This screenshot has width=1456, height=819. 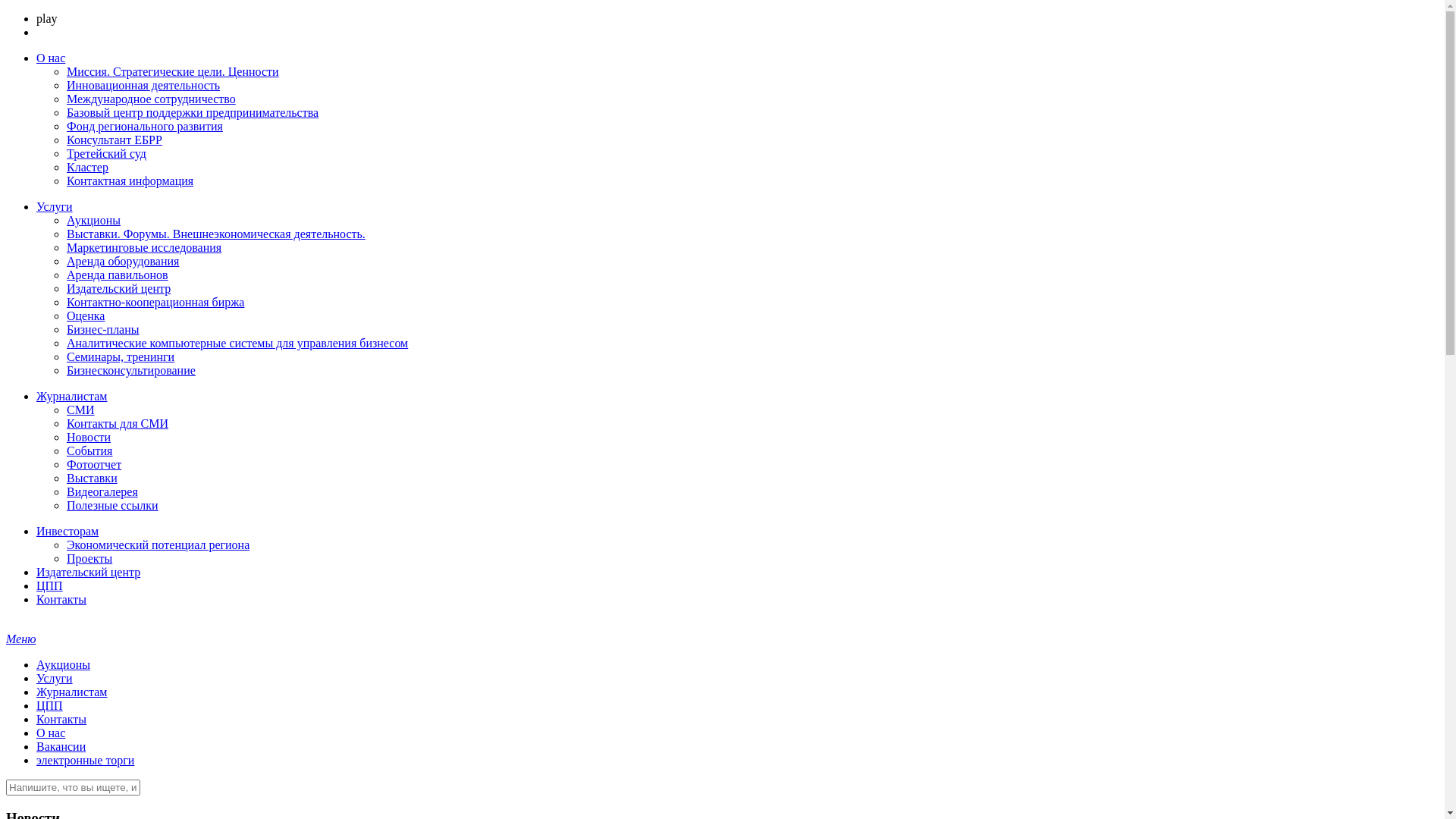 What do you see at coordinates (36, 18) in the screenshot?
I see `'play'` at bounding box center [36, 18].